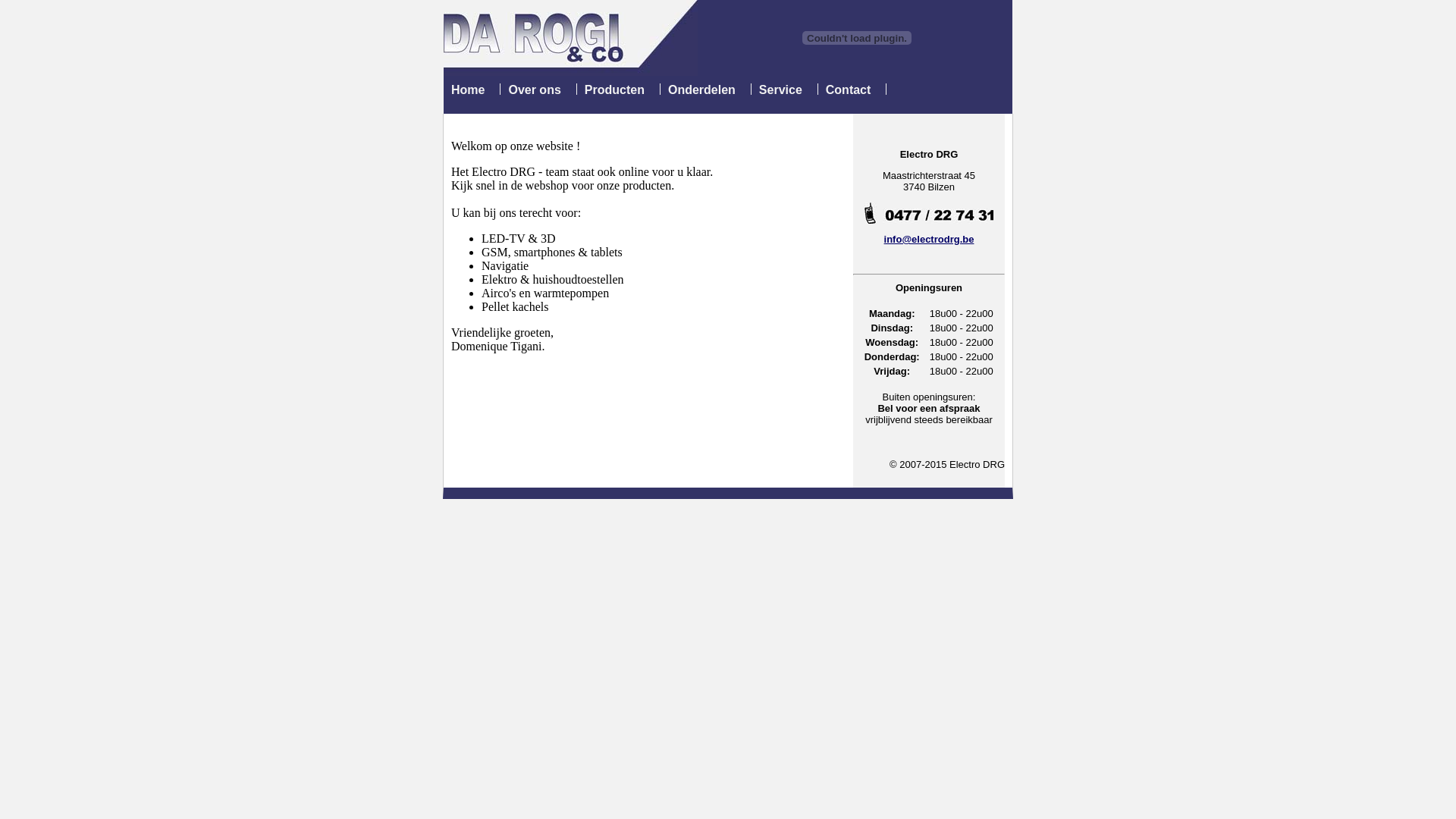 Image resolution: width=1456 pixels, height=819 pixels. What do you see at coordinates (780, 89) in the screenshot?
I see `'Service'` at bounding box center [780, 89].